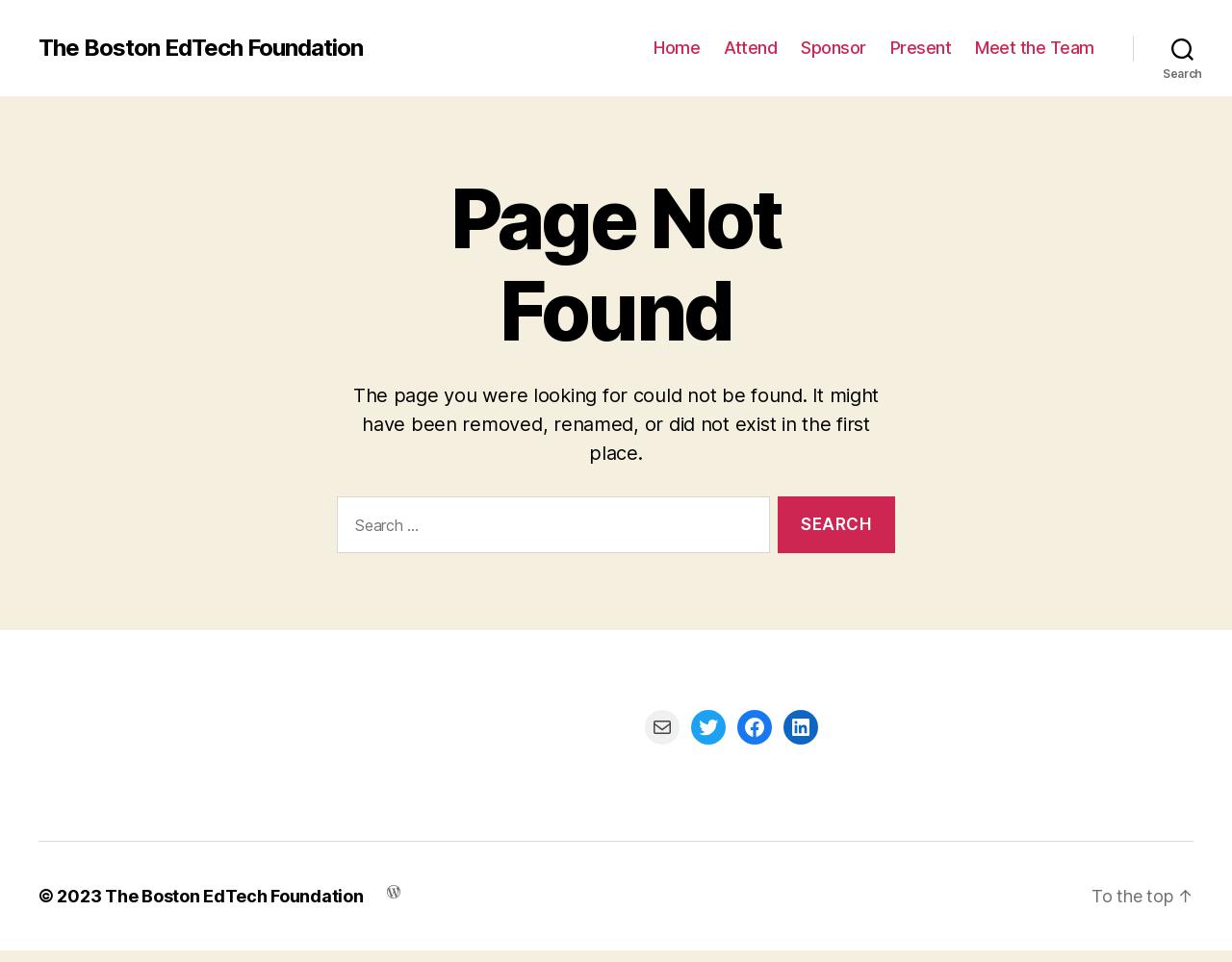 This screenshot has height=962, width=1232. I want to click on 'The page you were looking for could not be found. It might have been removed, renamed, or did not exist in the first place.', so click(351, 423).